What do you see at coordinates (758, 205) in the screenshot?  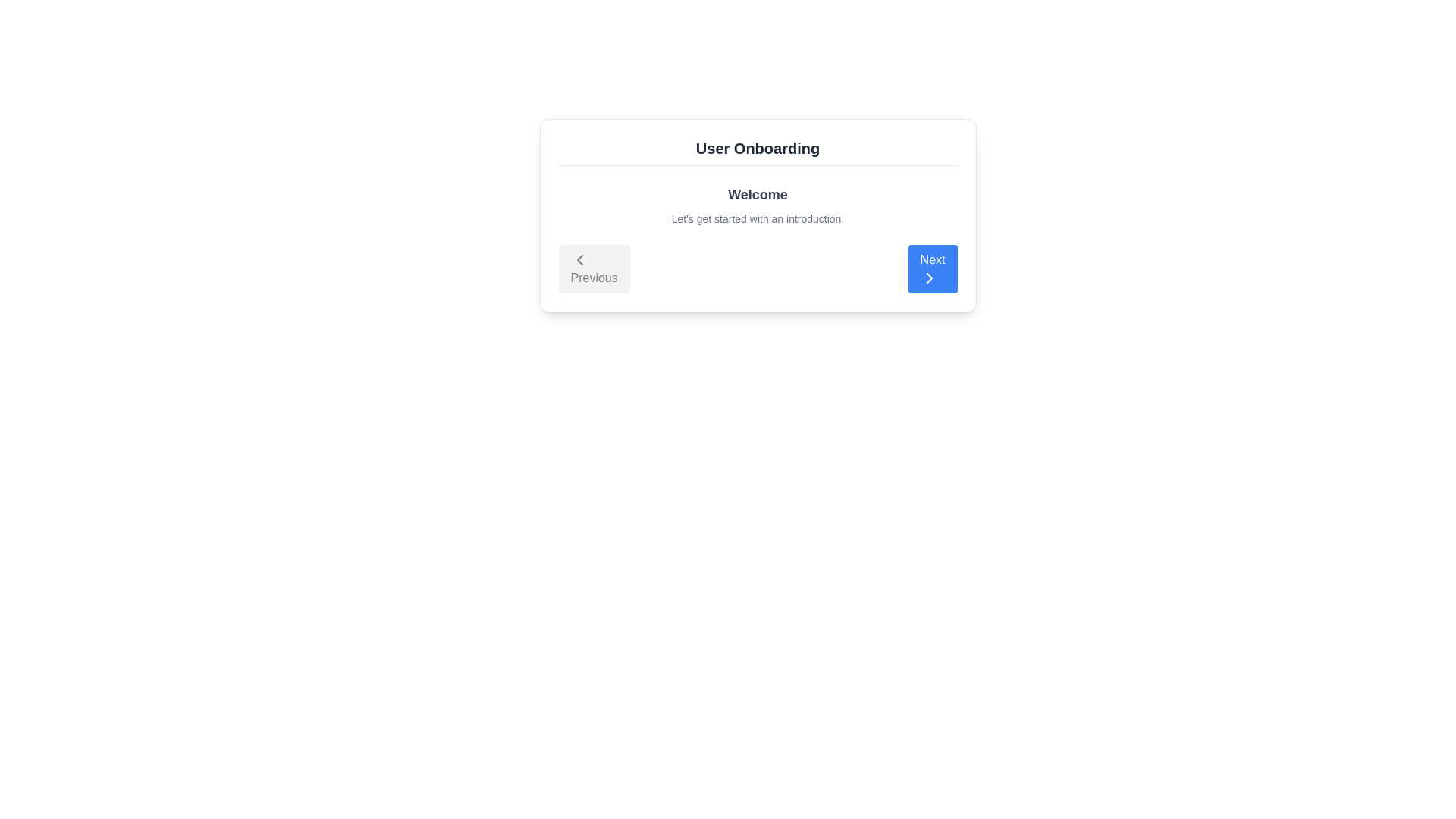 I see `the informational Text block located centrally within the 'User Onboarding' dialog box` at bounding box center [758, 205].